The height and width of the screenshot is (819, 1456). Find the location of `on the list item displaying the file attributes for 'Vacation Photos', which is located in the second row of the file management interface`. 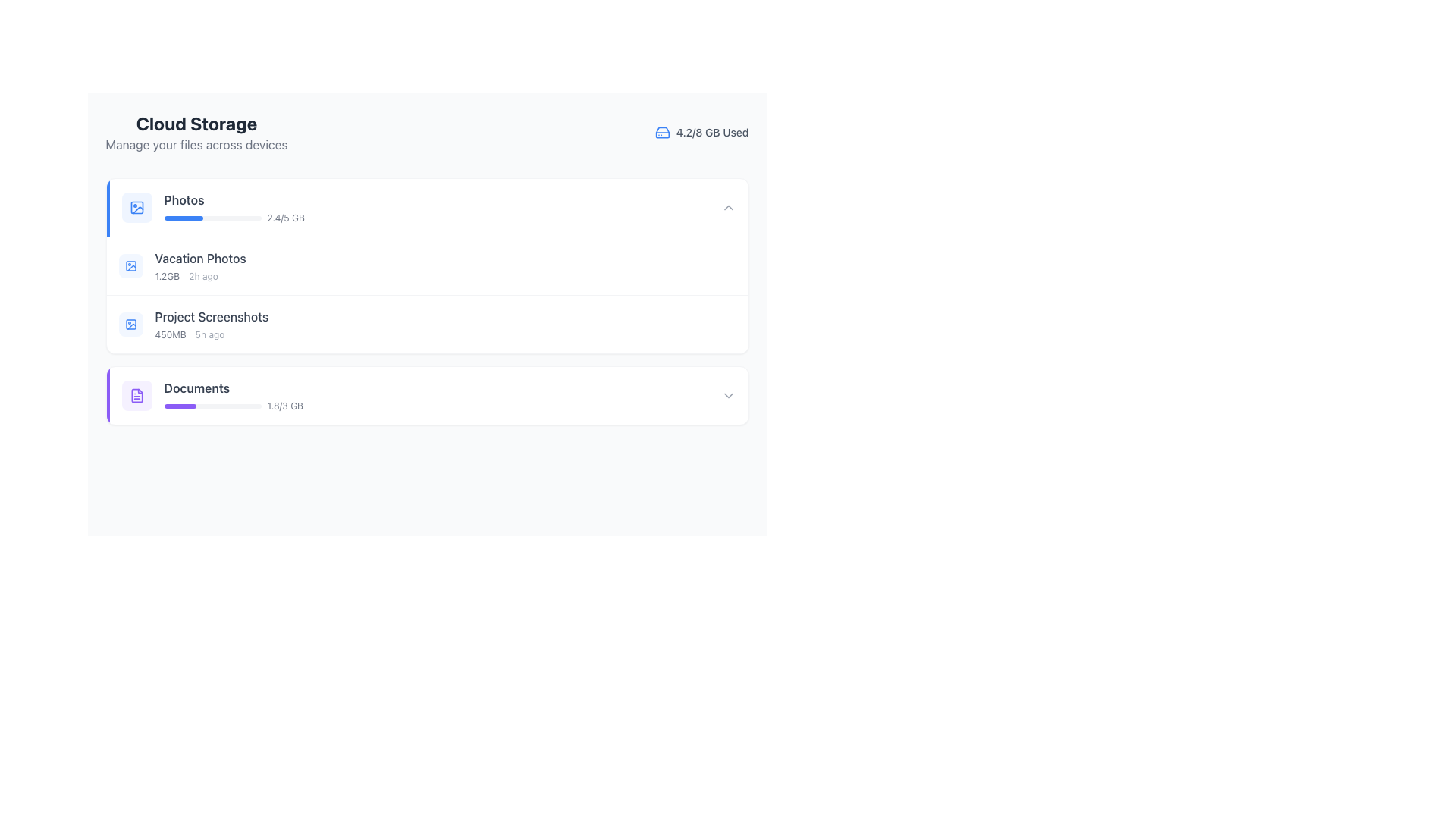

on the list item displaying the file attributes for 'Vacation Photos', which is located in the second row of the file management interface is located at coordinates (199, 265).